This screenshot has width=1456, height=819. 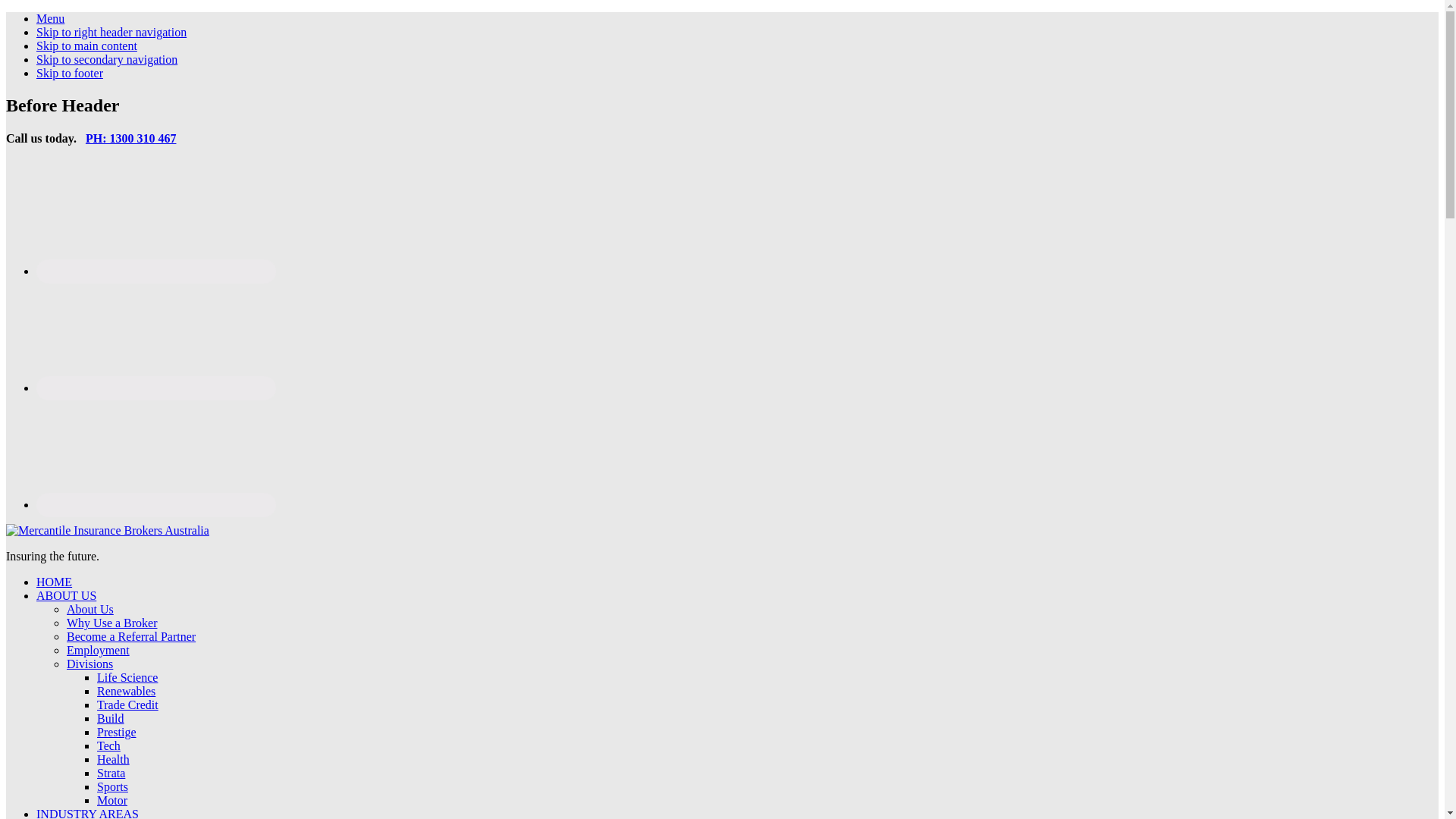 What do you see at coordinates (156, 388) in the screenshot?
I see `'LinkedIn'` at bounding box center [156, 388].